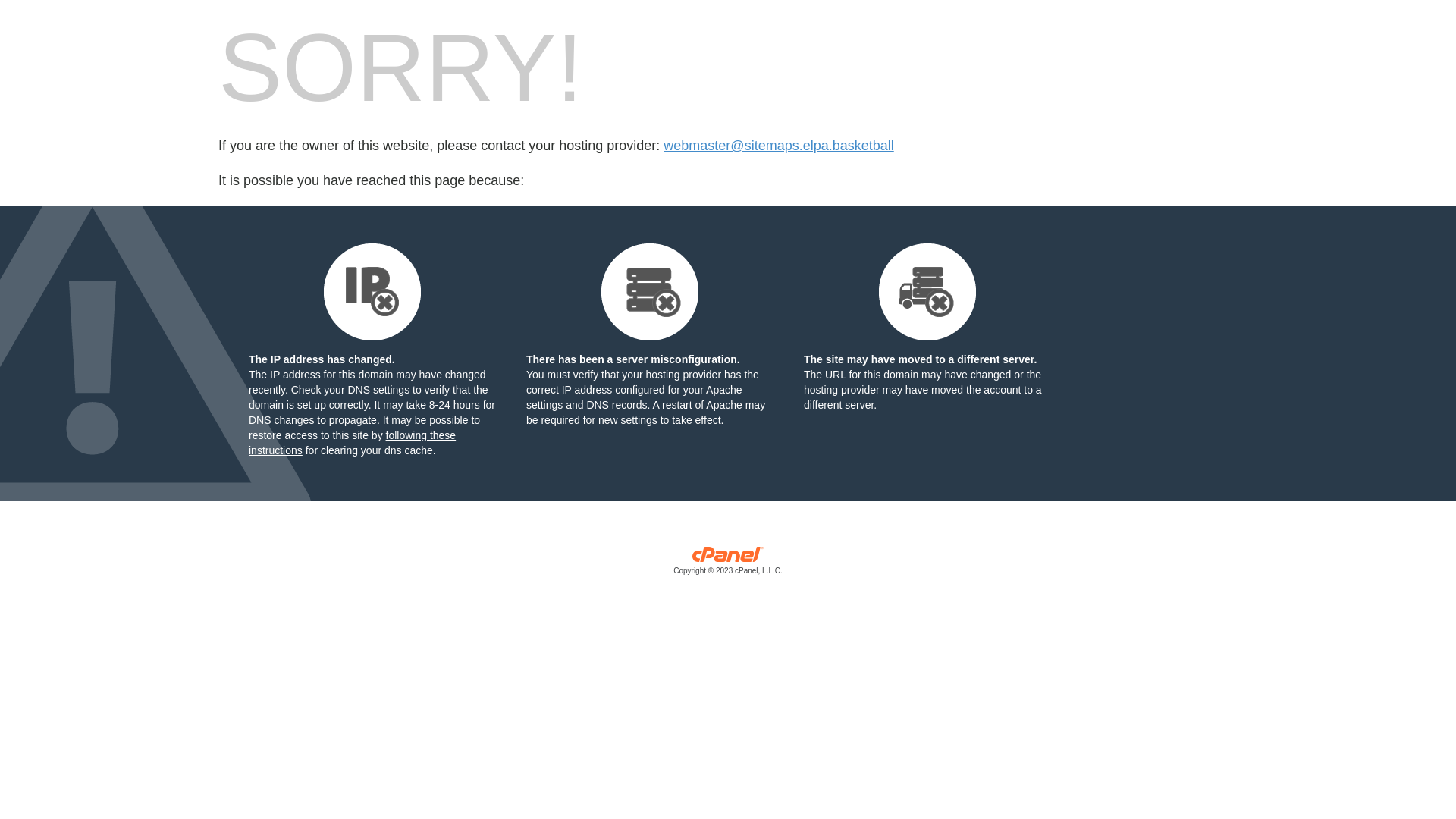  I want to click on 'following these instructions', so click(351, 442).